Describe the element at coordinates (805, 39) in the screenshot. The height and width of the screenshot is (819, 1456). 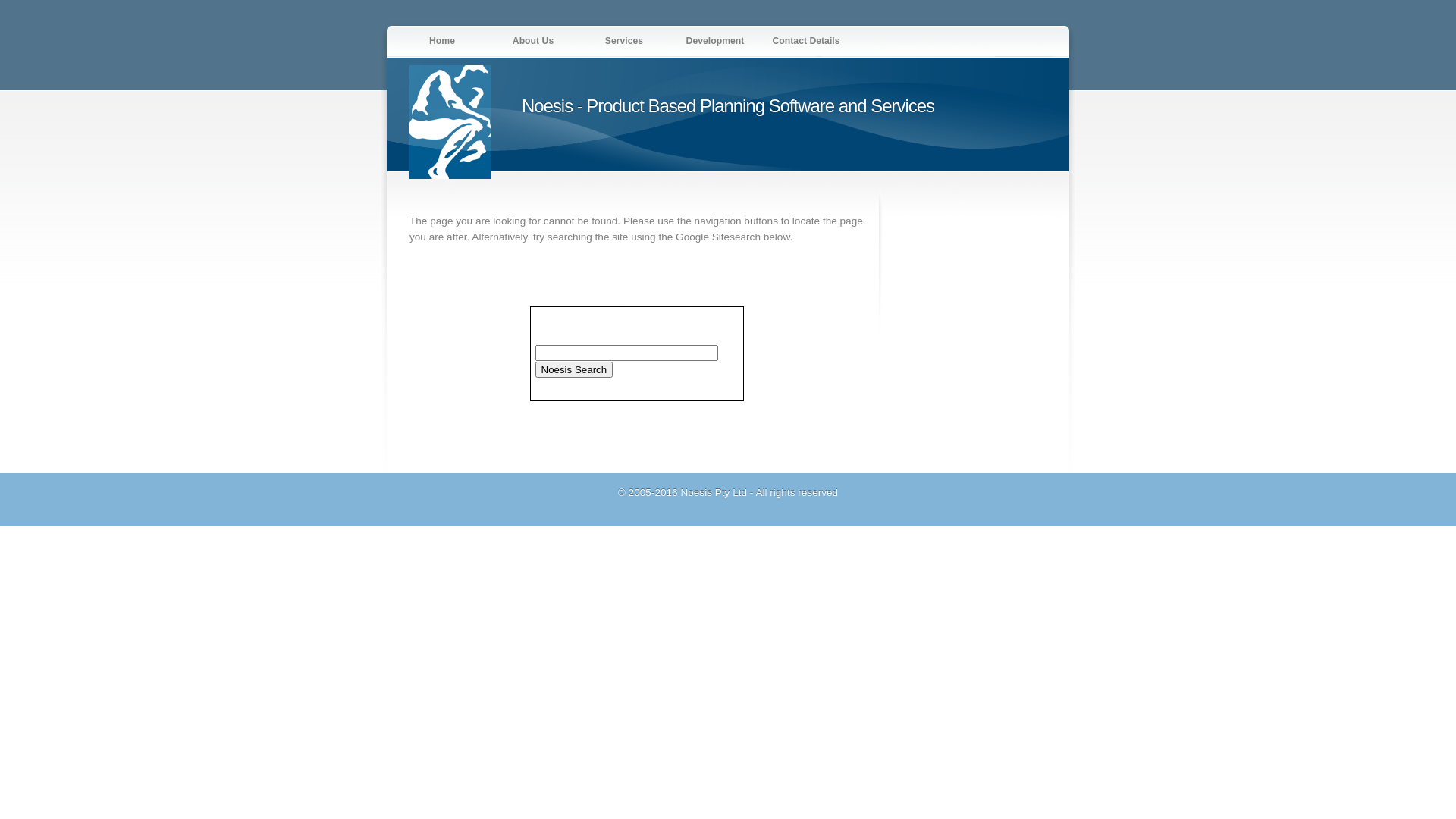
I see `'Contact Details'` at that location.